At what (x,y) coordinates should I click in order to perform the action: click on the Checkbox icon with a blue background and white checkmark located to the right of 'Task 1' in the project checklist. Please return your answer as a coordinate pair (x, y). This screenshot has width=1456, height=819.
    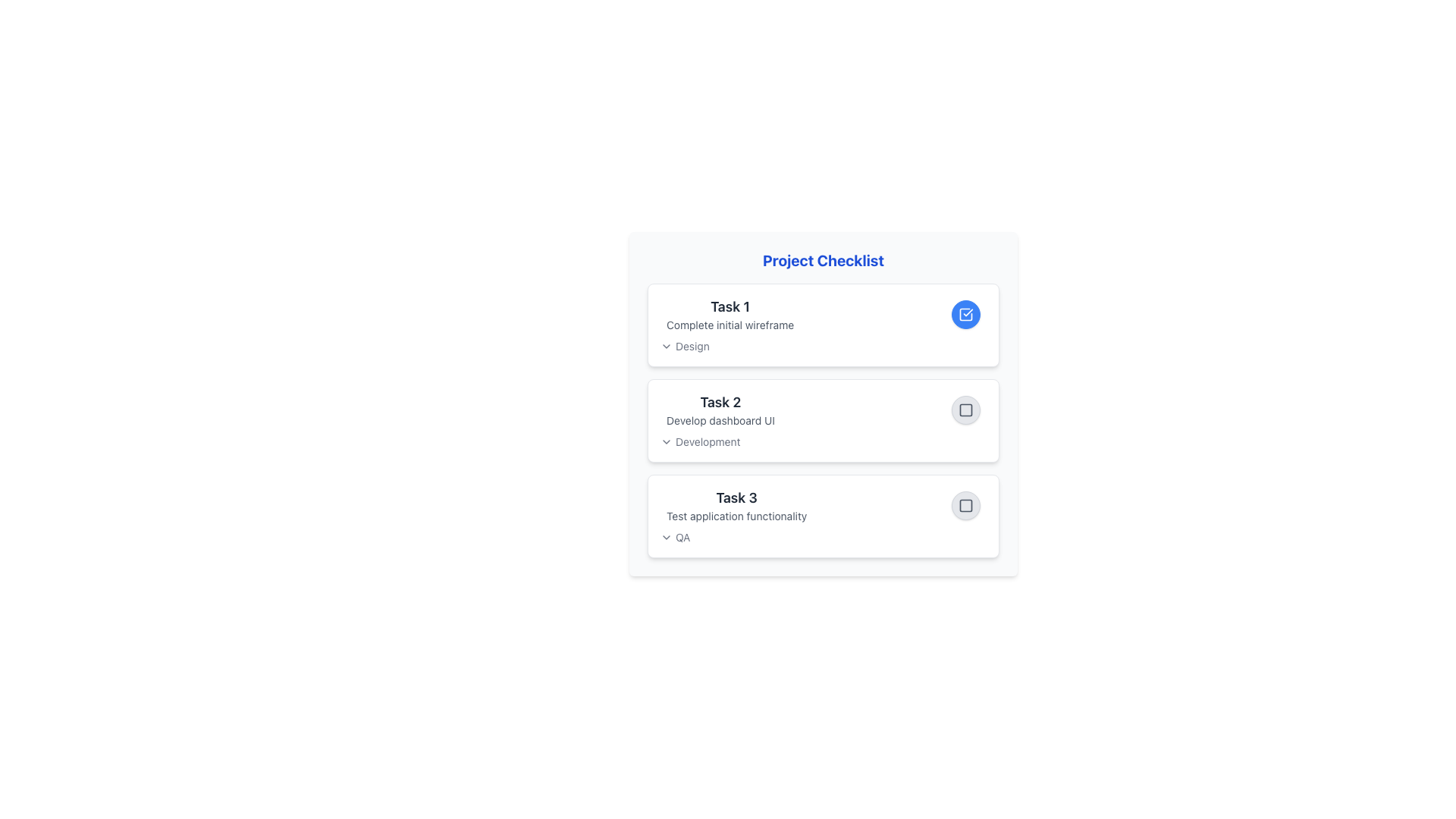
    Looking at the image, I should click on (965, 314).